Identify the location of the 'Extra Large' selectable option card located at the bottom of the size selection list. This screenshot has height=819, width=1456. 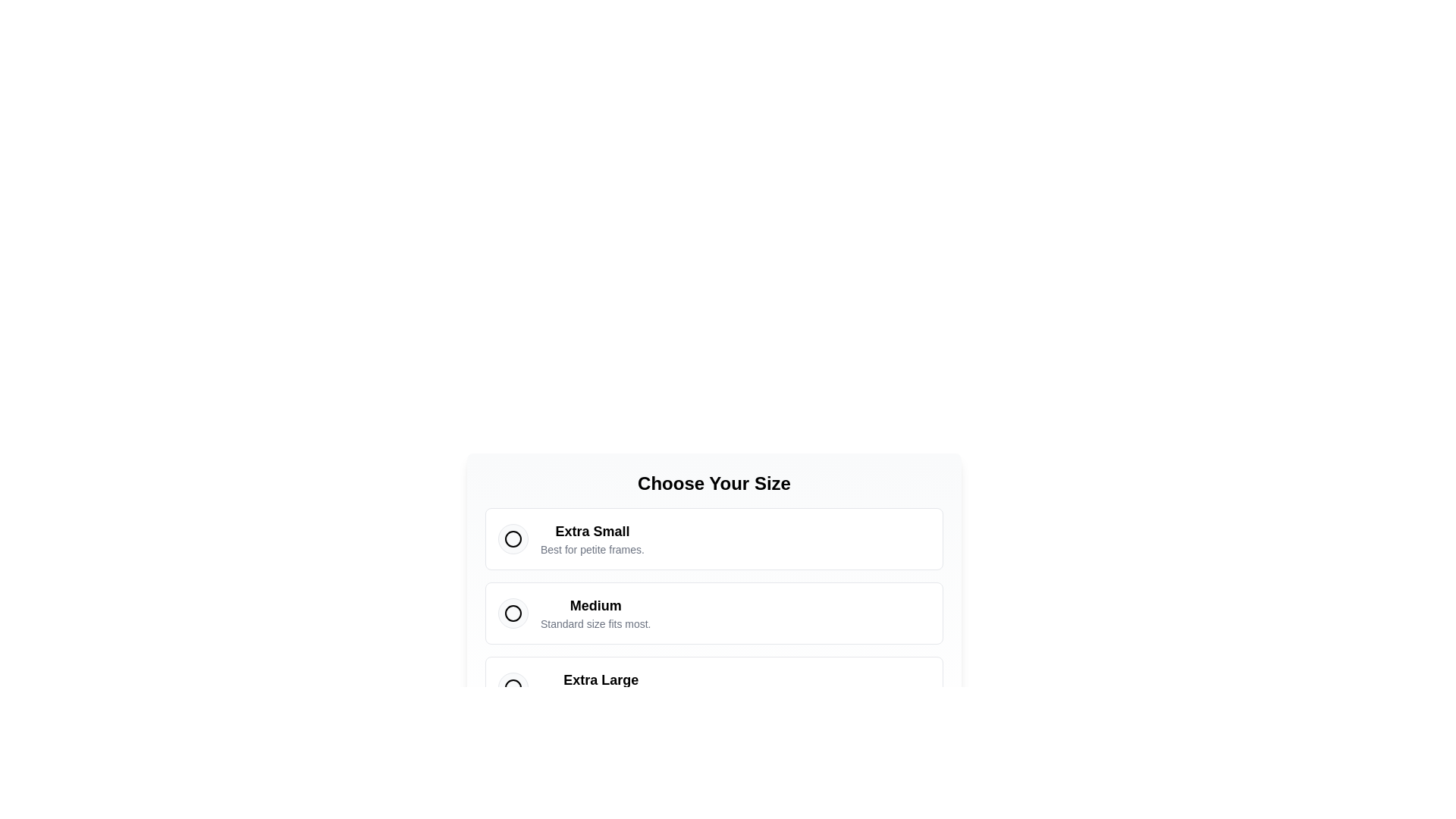
(713, 687).